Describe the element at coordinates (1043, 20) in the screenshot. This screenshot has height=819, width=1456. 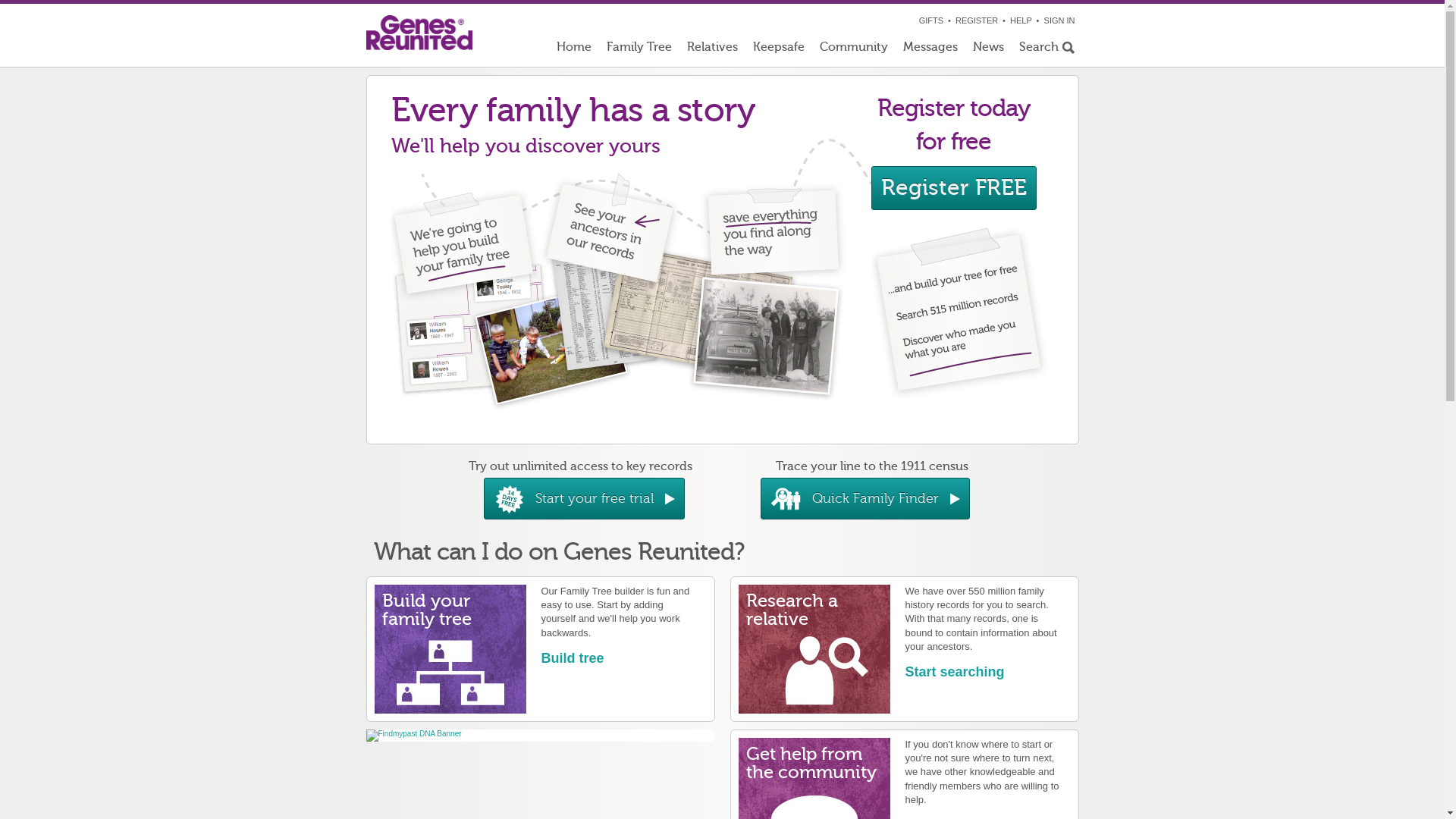
I see `'SIGN IN'` at that location.